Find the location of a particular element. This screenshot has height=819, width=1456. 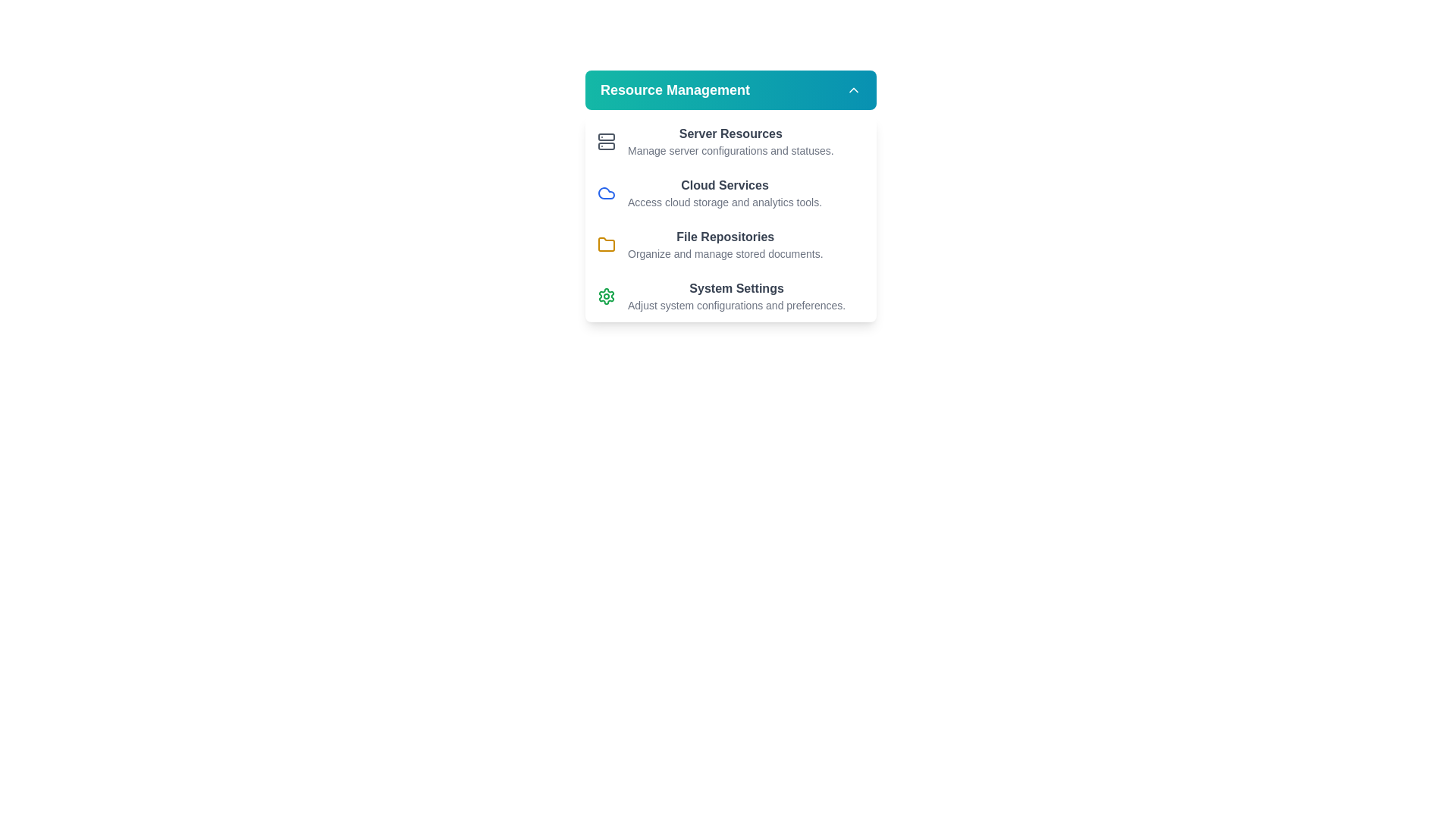

the chevron-up icon located to the right of the 'Resource Management' text in the header section is located at coordinates (854, 90).